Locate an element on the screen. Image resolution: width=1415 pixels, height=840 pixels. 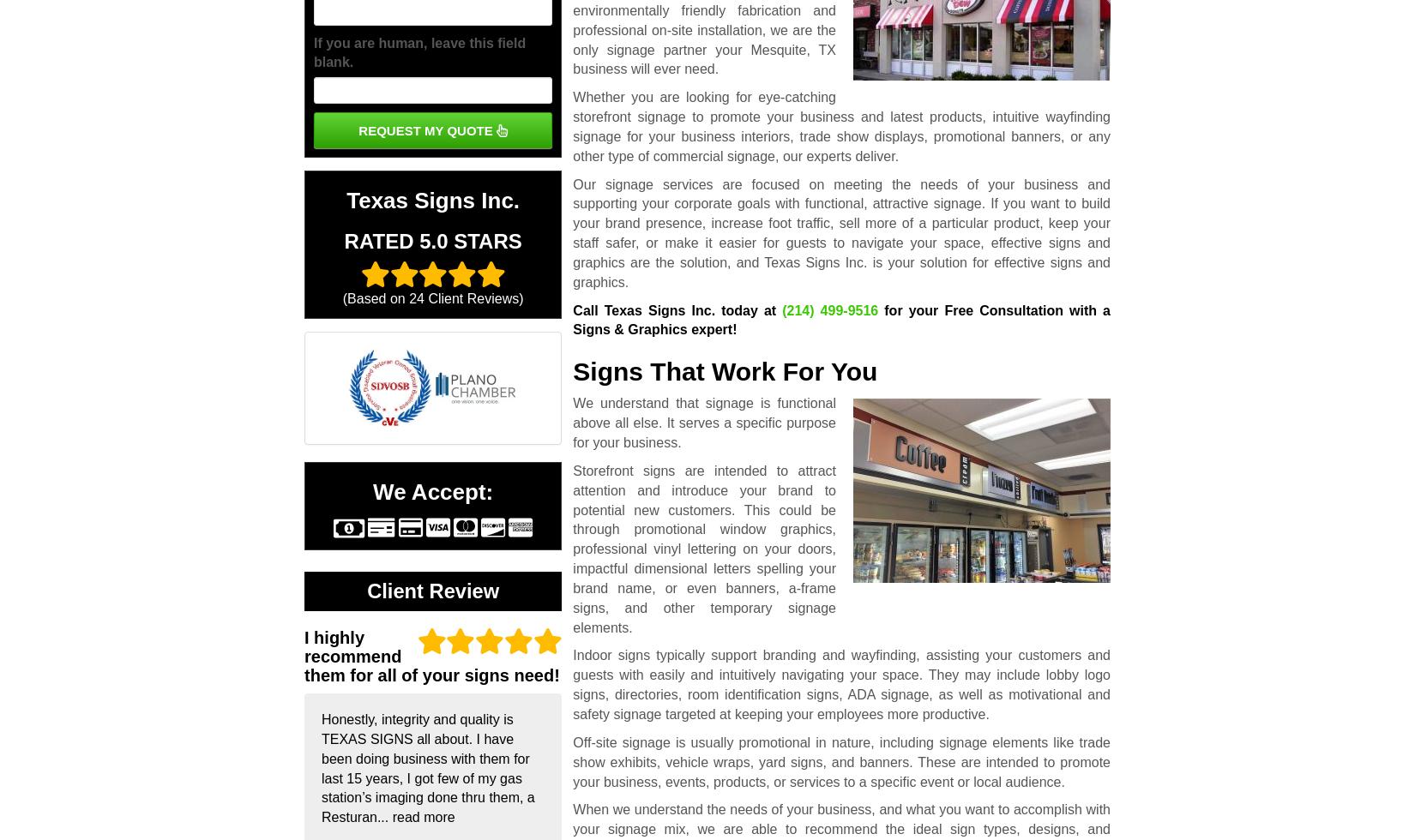
'We Accept:' is located at coordinates (432, 491).